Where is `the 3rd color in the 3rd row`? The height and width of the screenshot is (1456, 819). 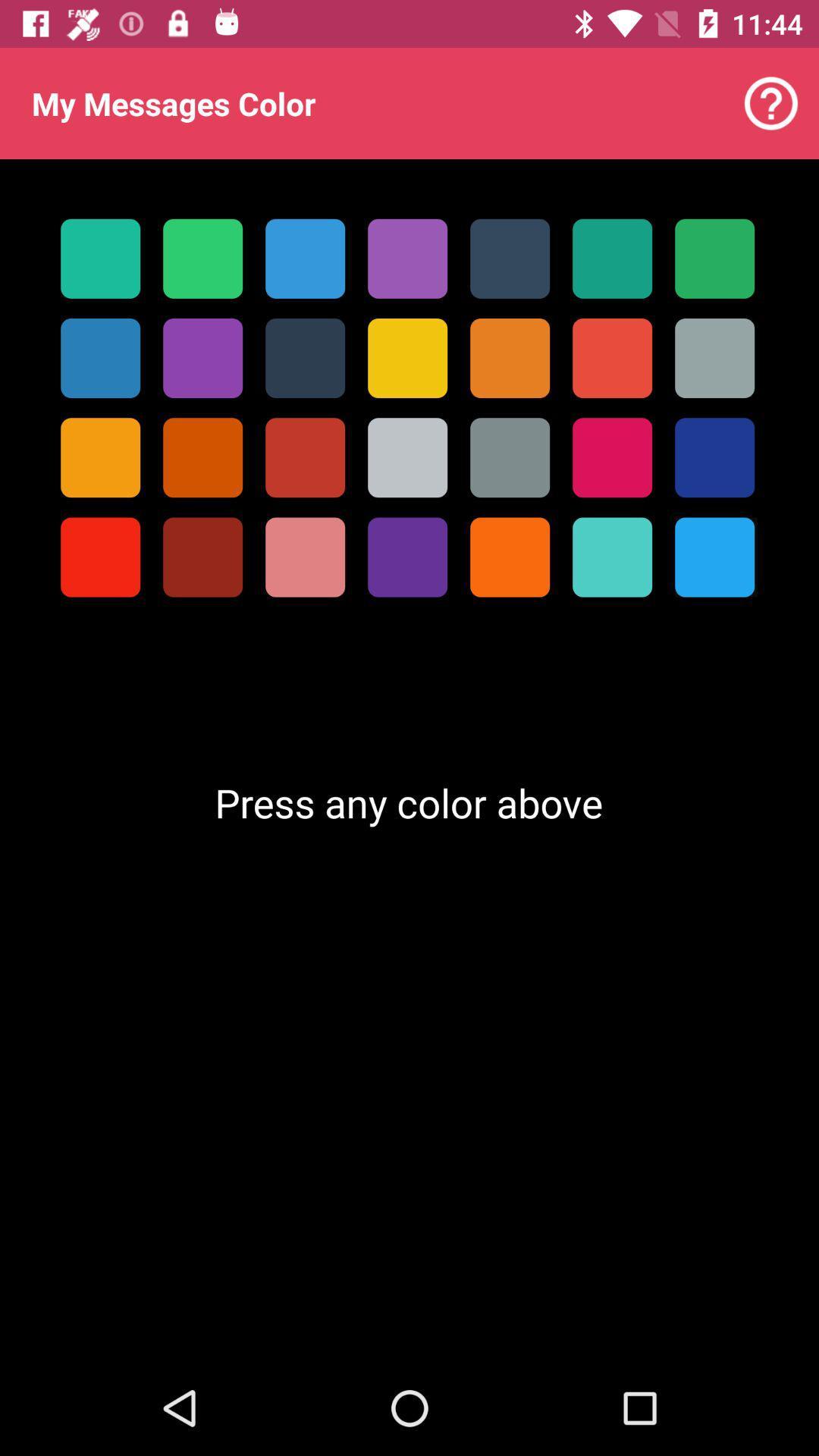
the 3rd color in the 3rd row is located at coordinates (305, 457).